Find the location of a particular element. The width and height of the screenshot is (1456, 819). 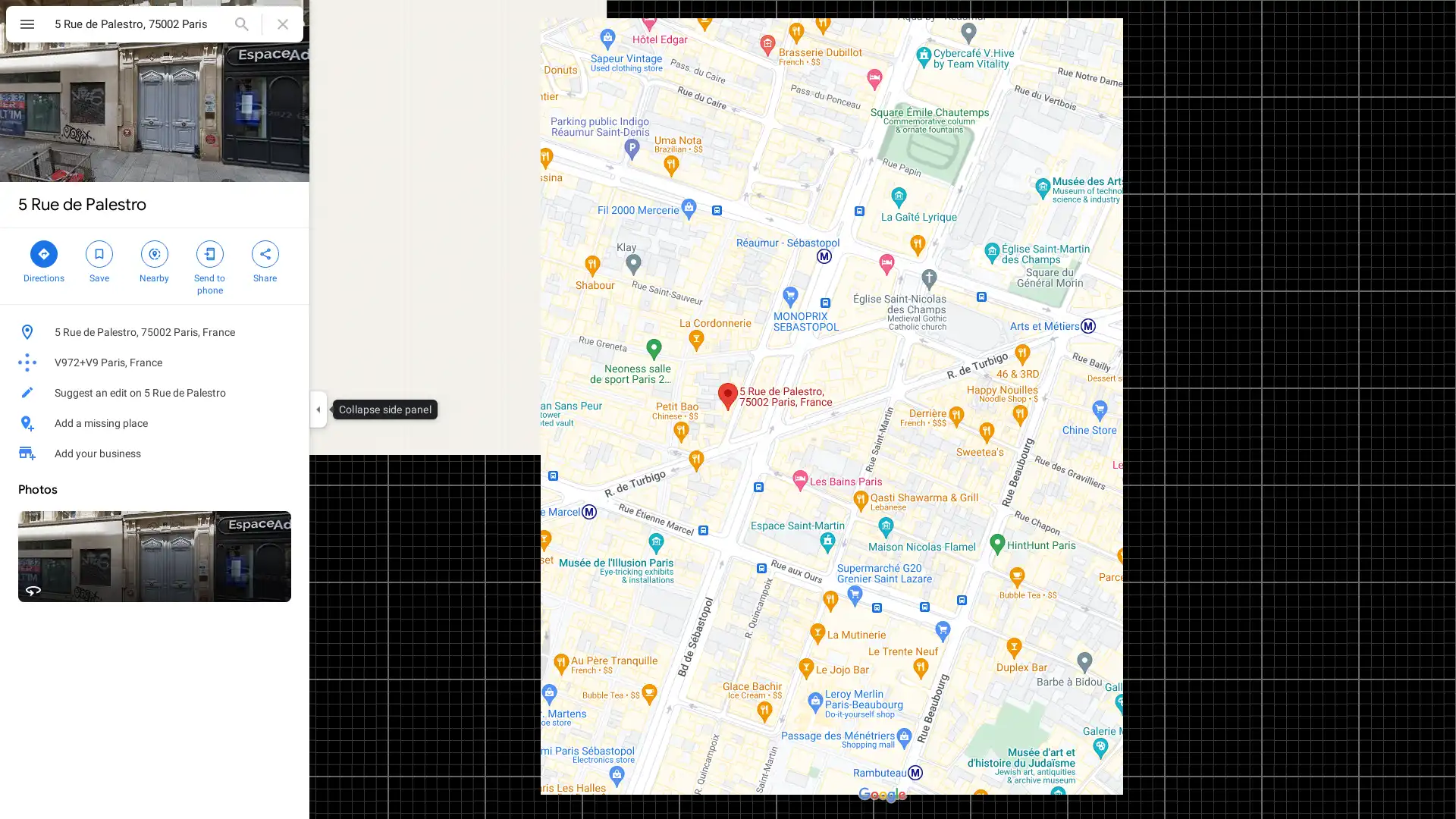

Send 5 Rue de Palestro to your phone is located at coordinates (209, 265).